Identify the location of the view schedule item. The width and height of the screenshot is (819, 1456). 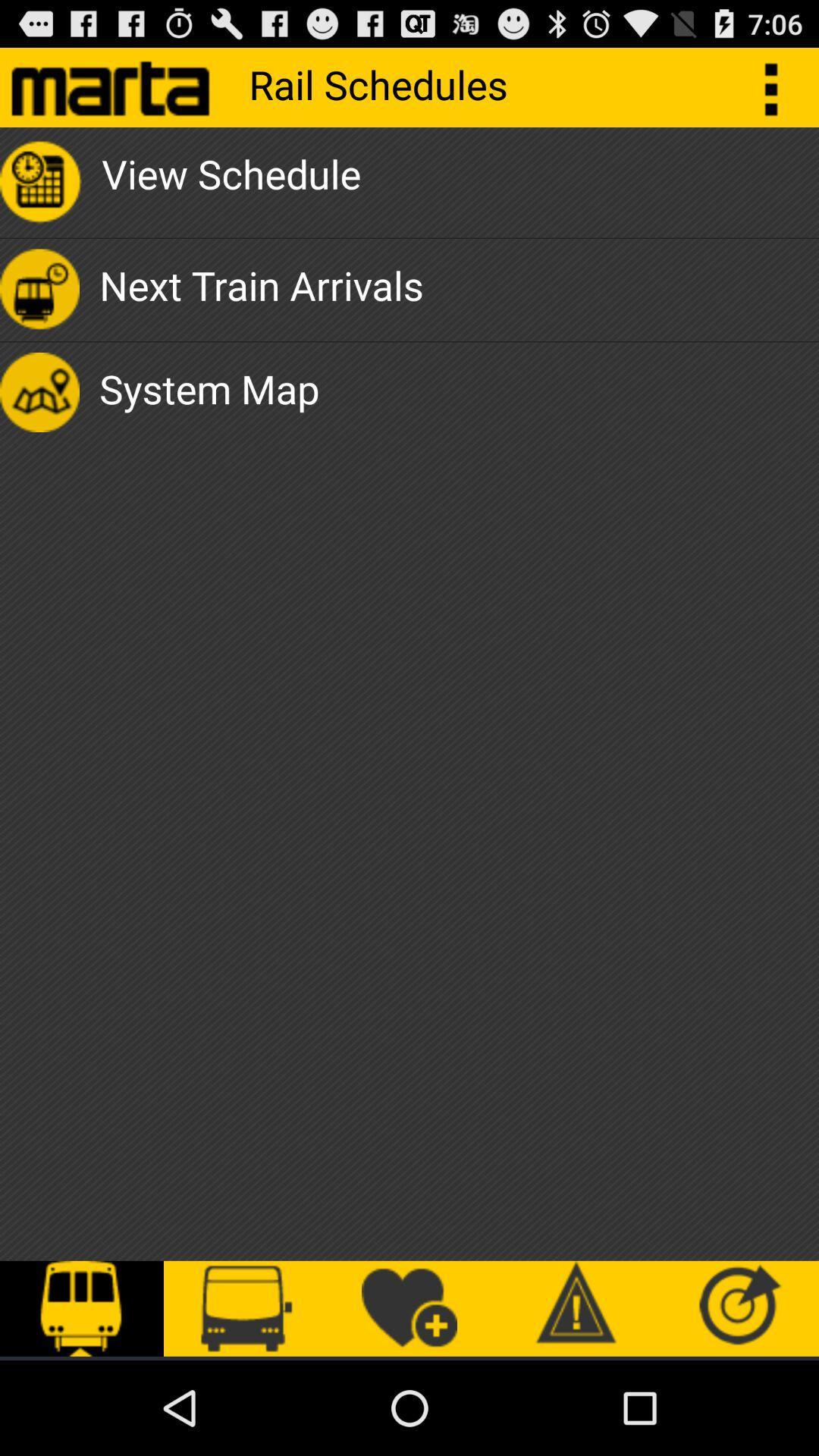
(231, 182).